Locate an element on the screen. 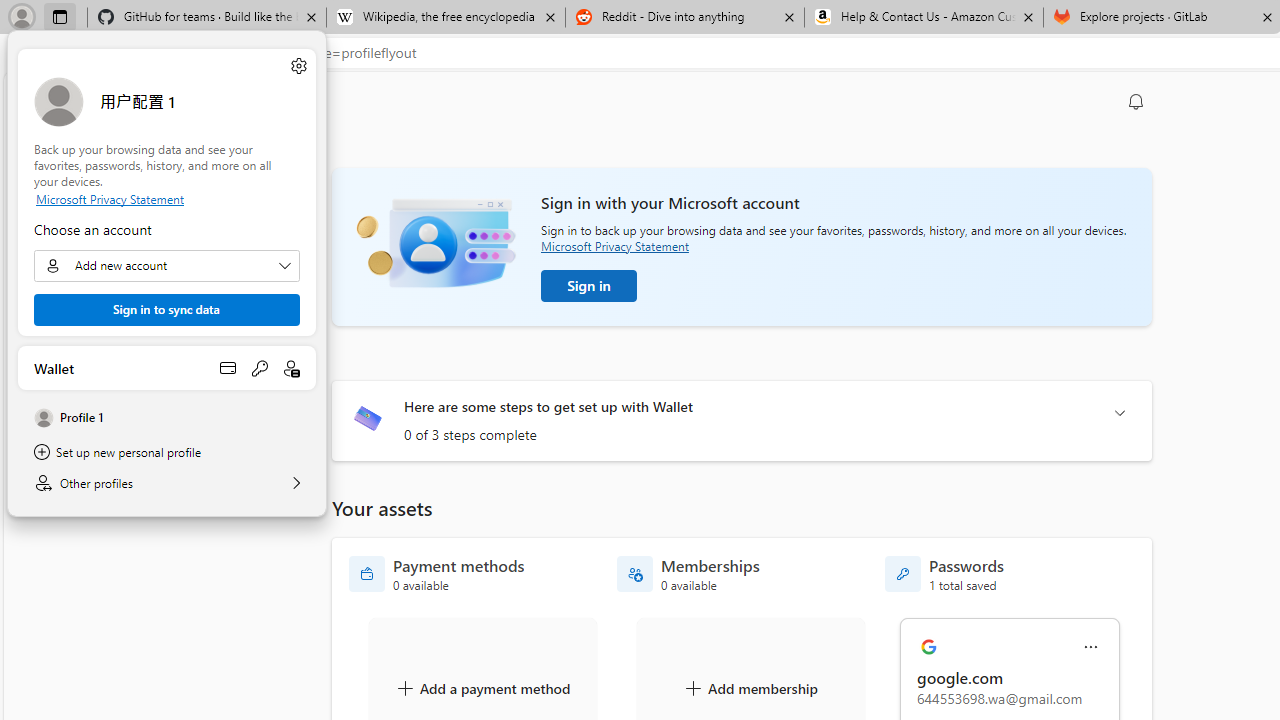 This screenshot has width=1280, height=720. 'Set up new personal profile' is located at coordinates (167, 452).